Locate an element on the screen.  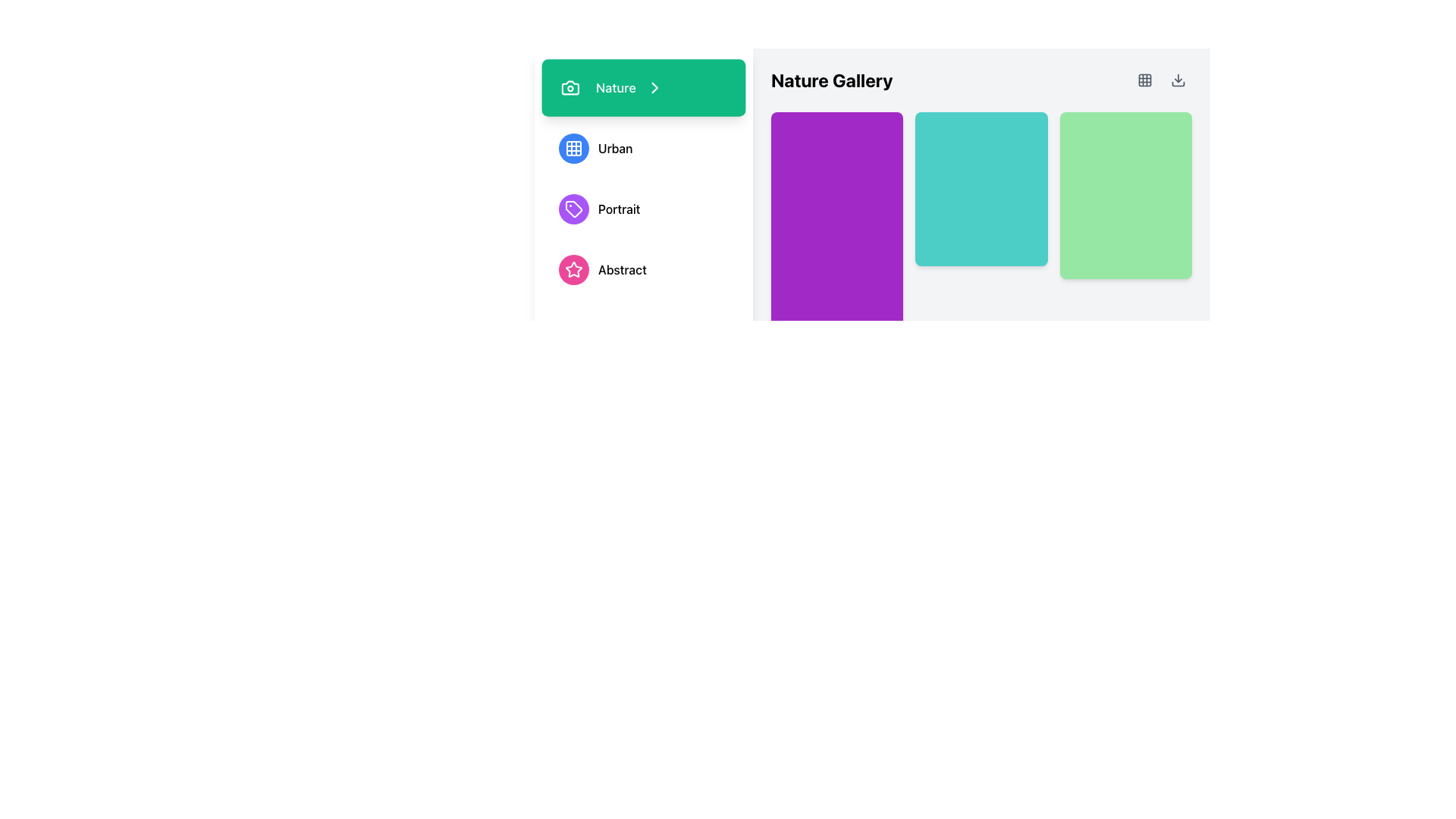
the 'Nature' text label, which is styled with medium font weight and positioned within a green rectangular background in a vertical navigation list is located at coordinates (616, 87).